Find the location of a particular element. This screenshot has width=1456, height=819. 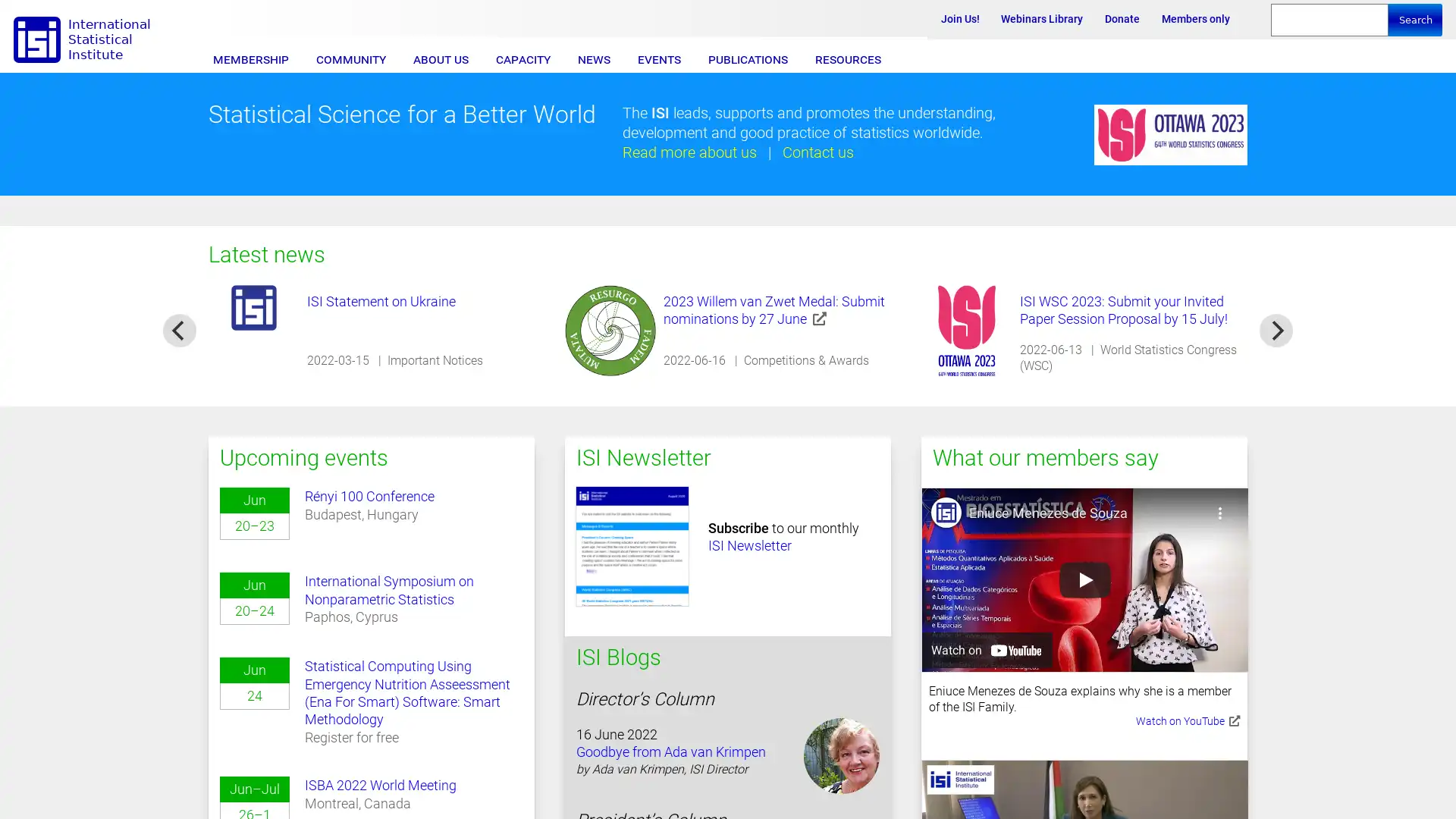

previous is located at coordinates (179, 329).